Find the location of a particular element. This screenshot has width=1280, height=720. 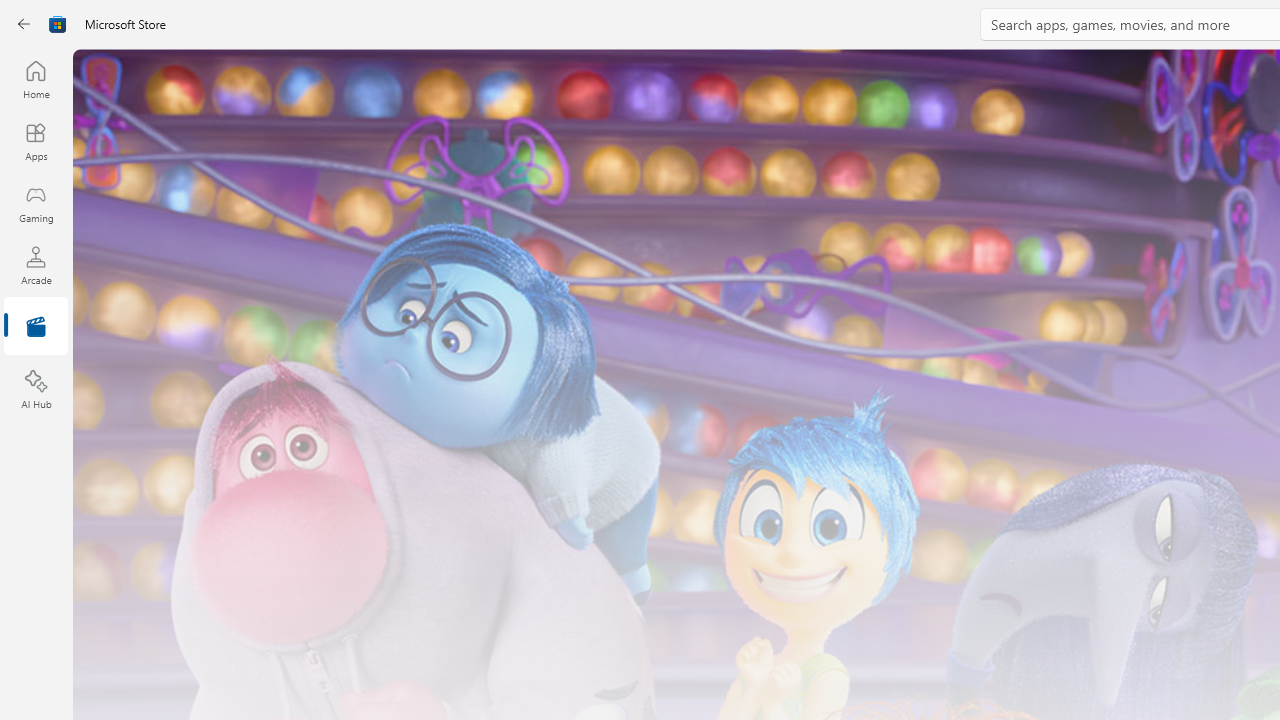

'Class: Image' is located at coordinates (58, 24).